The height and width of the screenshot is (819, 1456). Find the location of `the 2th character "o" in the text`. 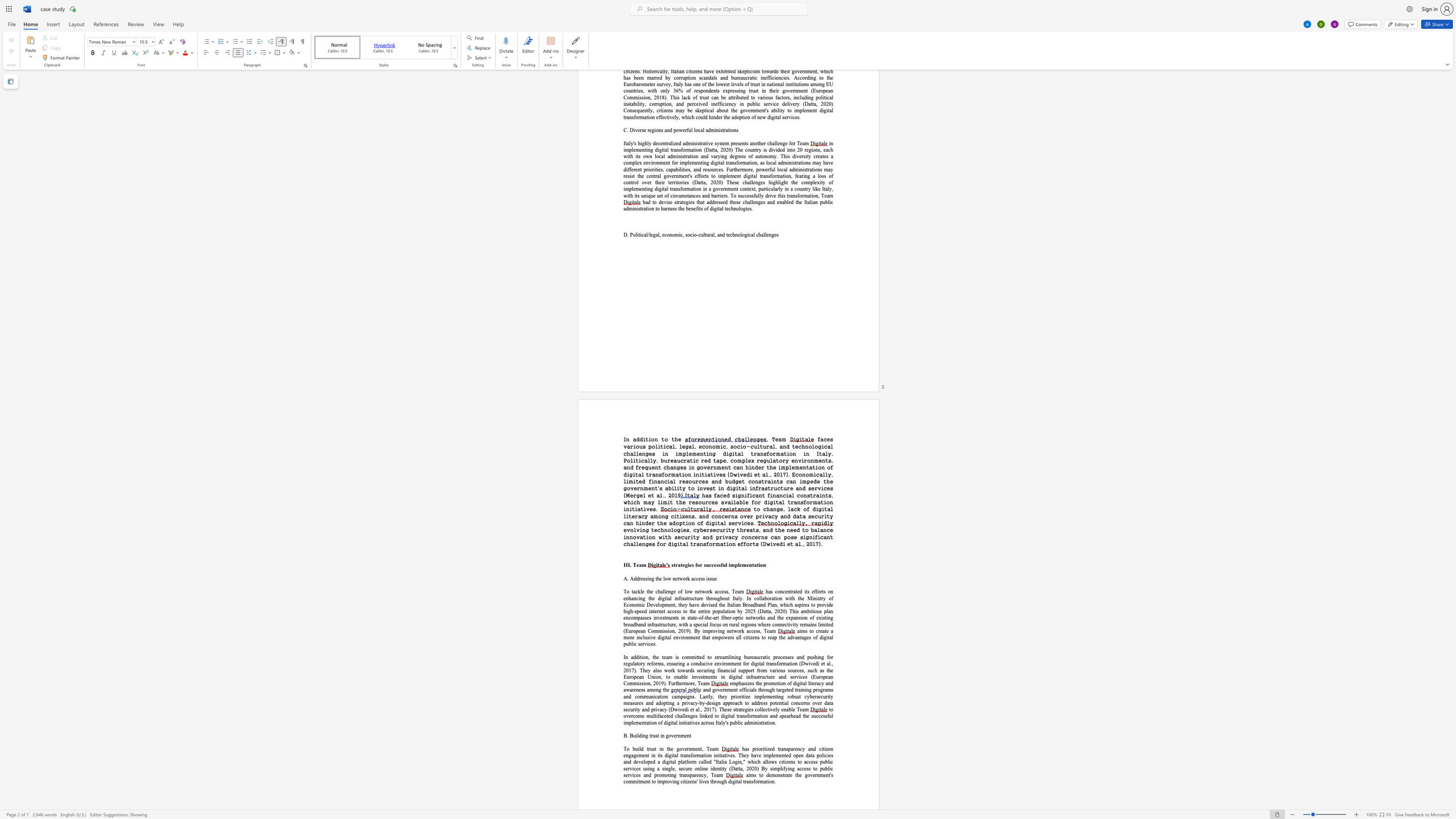

the 2th character "o" in the text is located at coordinates (627, 782).